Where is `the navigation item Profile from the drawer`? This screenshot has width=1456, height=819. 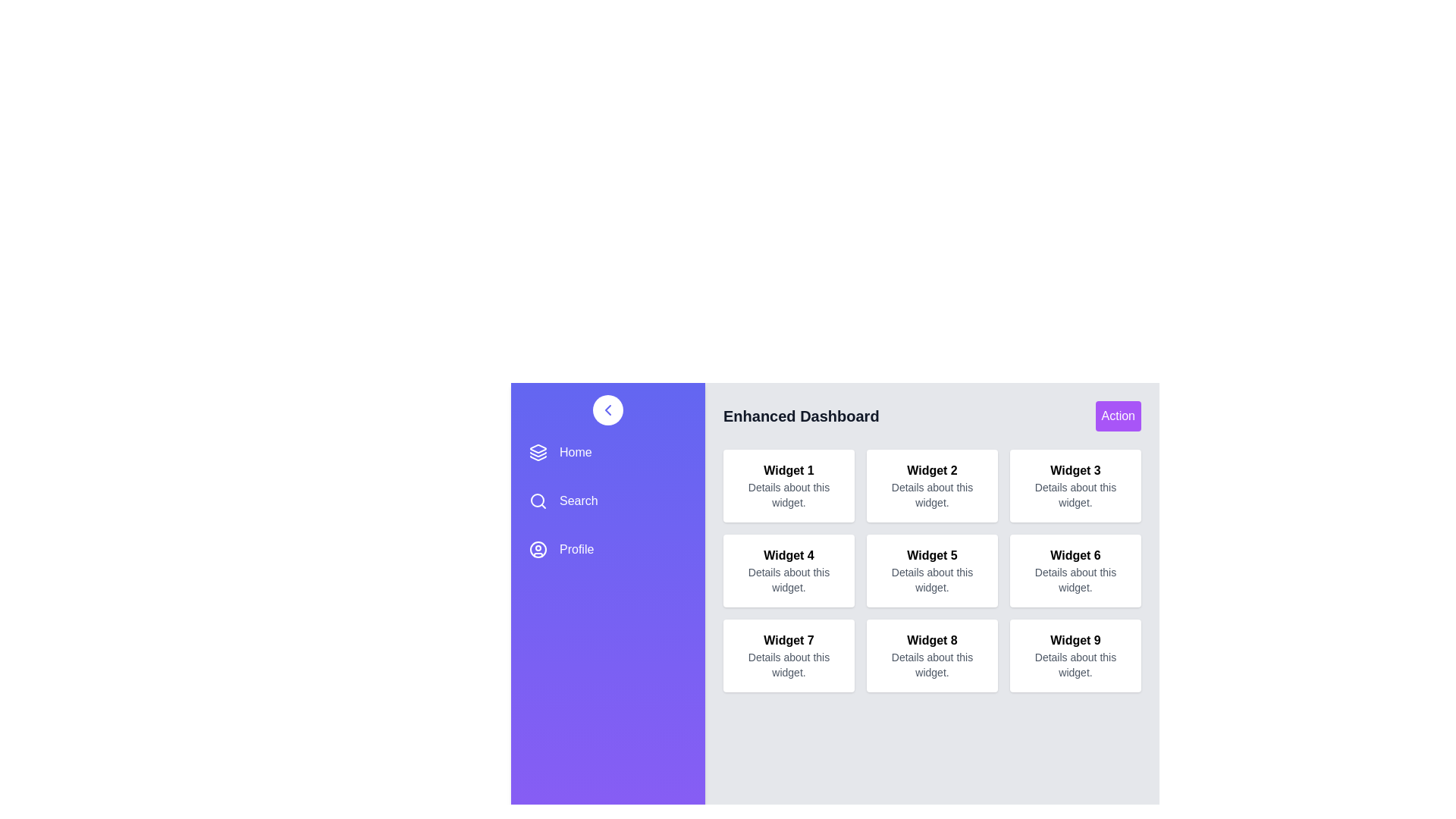
the navigation item Profile from the drawer is located at coordinates (607, 550).